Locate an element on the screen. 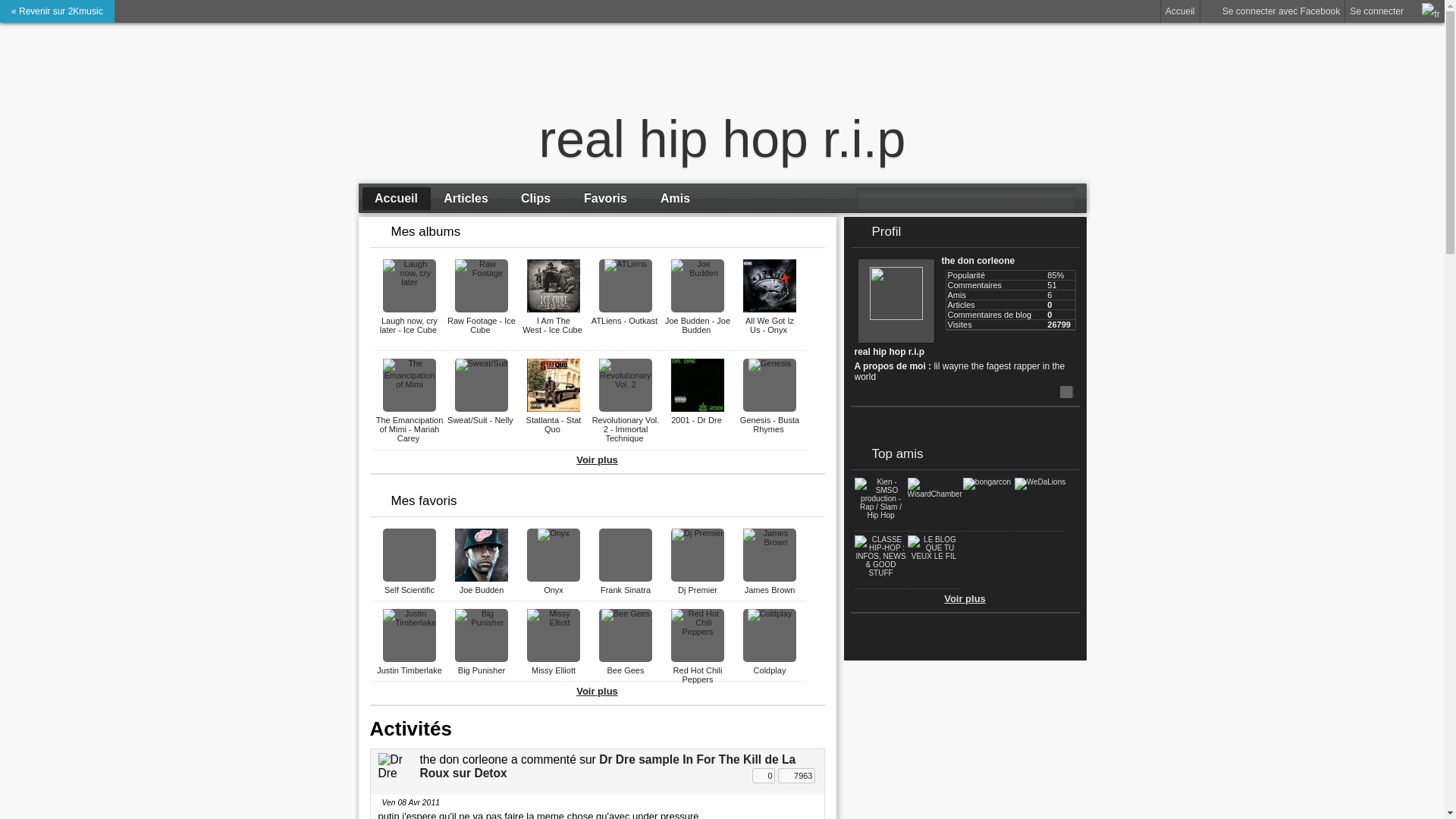 The height and width of the screenshot is (819, 1456). 'Amis' is located at coordinates (641, 198).